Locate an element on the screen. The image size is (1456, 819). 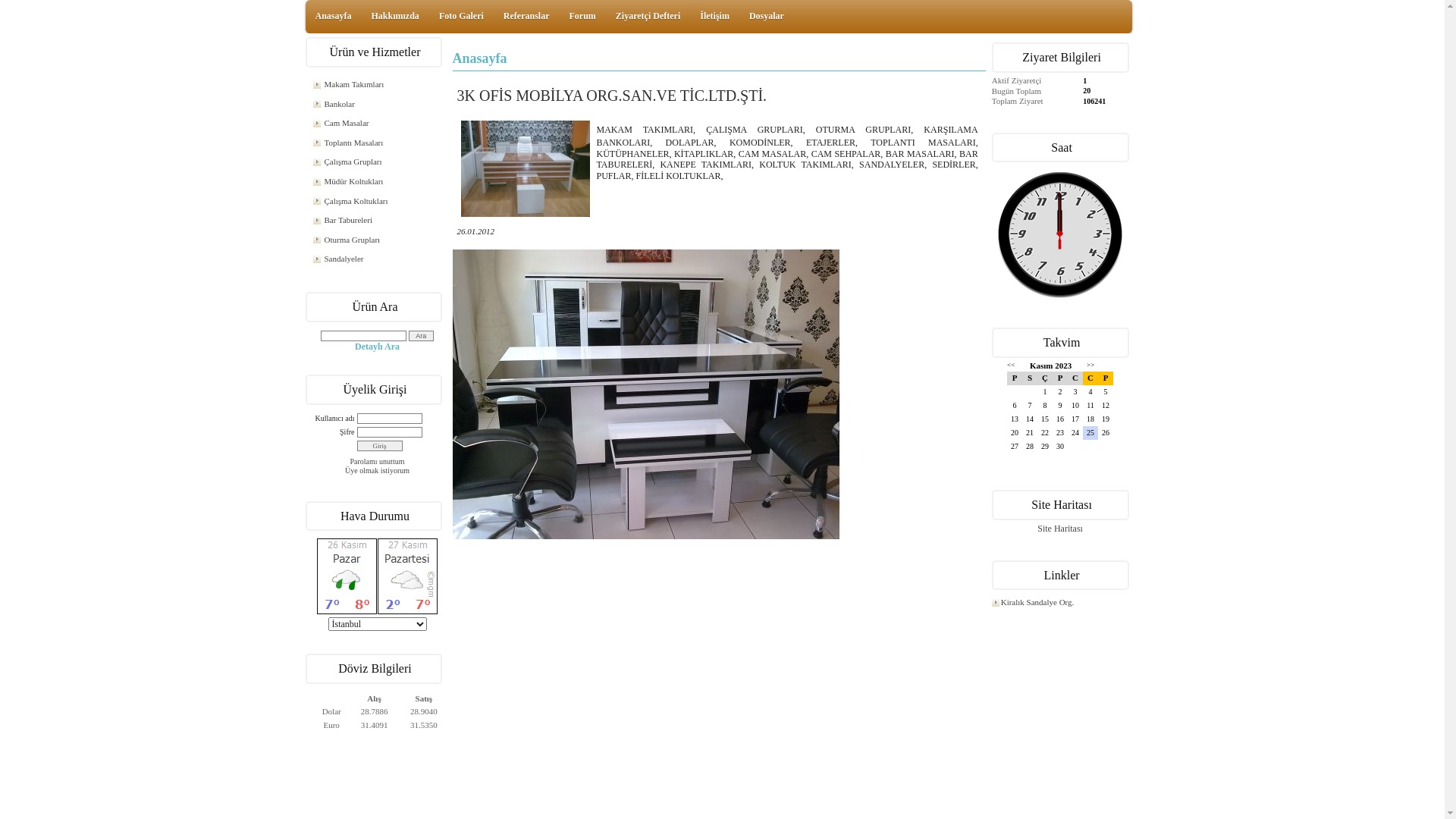
'Cam Masalar' is located at coordinates (377, 122).